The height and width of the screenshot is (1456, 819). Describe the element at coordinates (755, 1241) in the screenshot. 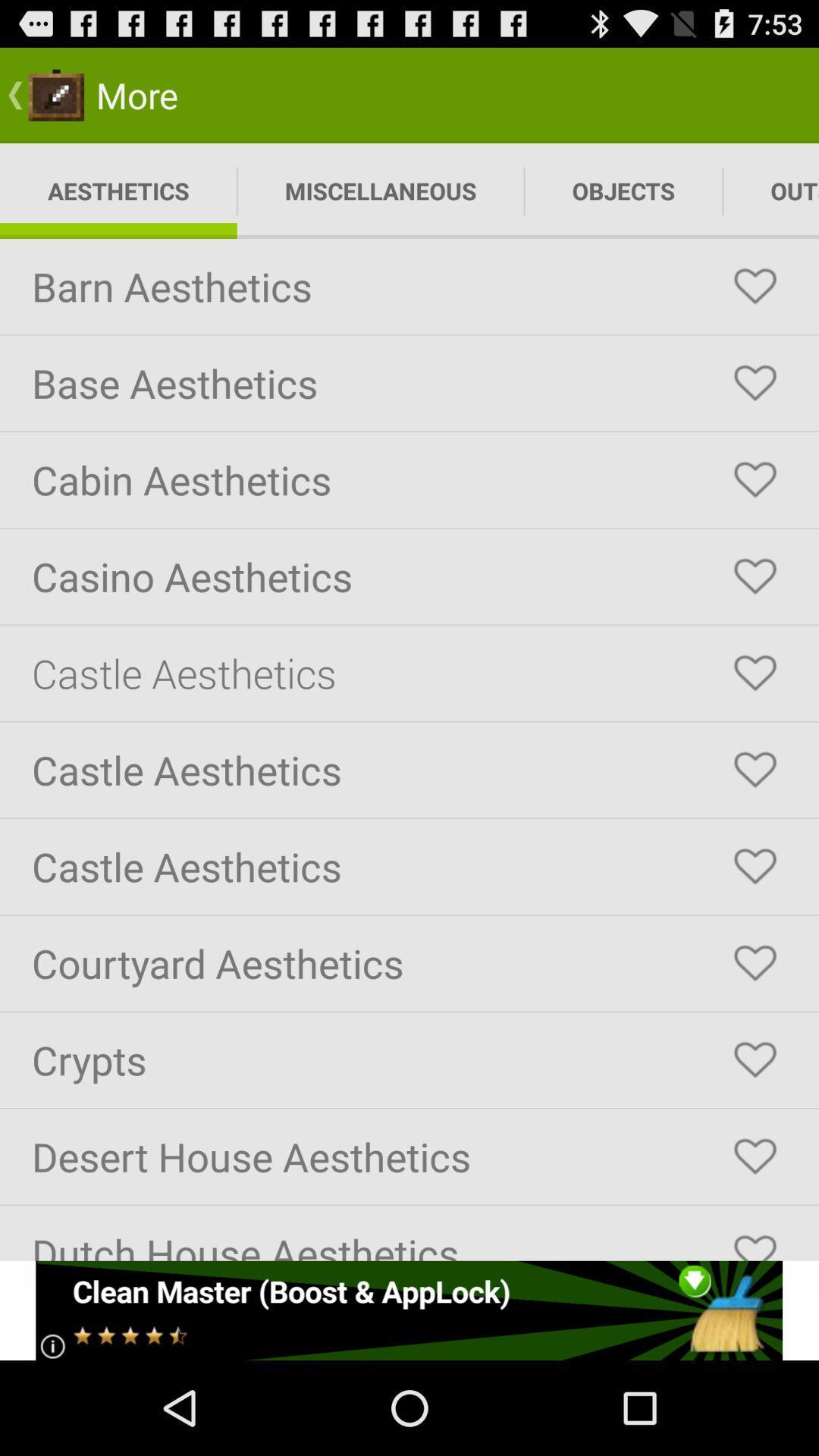

I see `dutch houseaesthetics` at that location.